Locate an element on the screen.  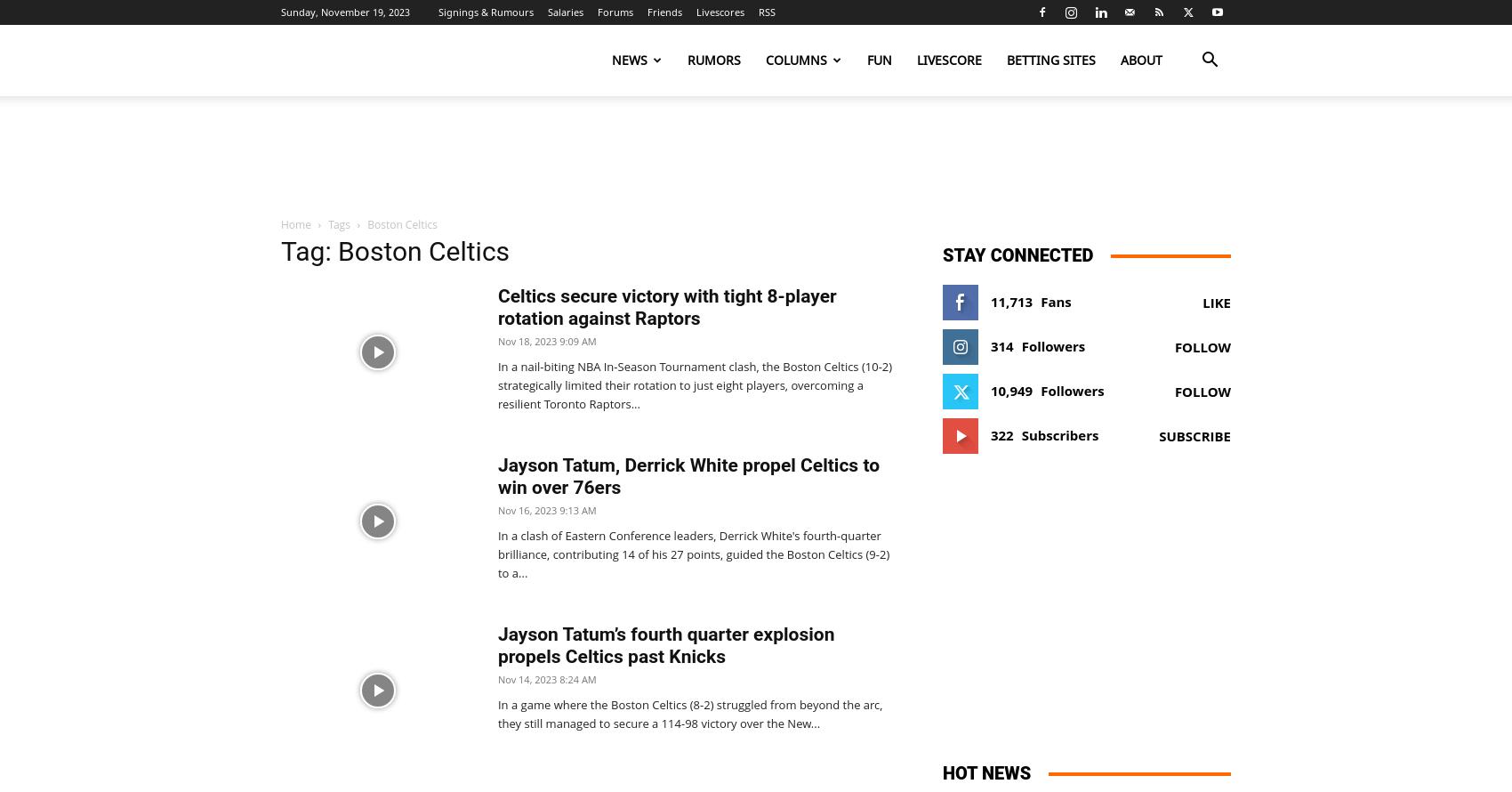
'Boston Celtics' is located at coordinates (402, 223).